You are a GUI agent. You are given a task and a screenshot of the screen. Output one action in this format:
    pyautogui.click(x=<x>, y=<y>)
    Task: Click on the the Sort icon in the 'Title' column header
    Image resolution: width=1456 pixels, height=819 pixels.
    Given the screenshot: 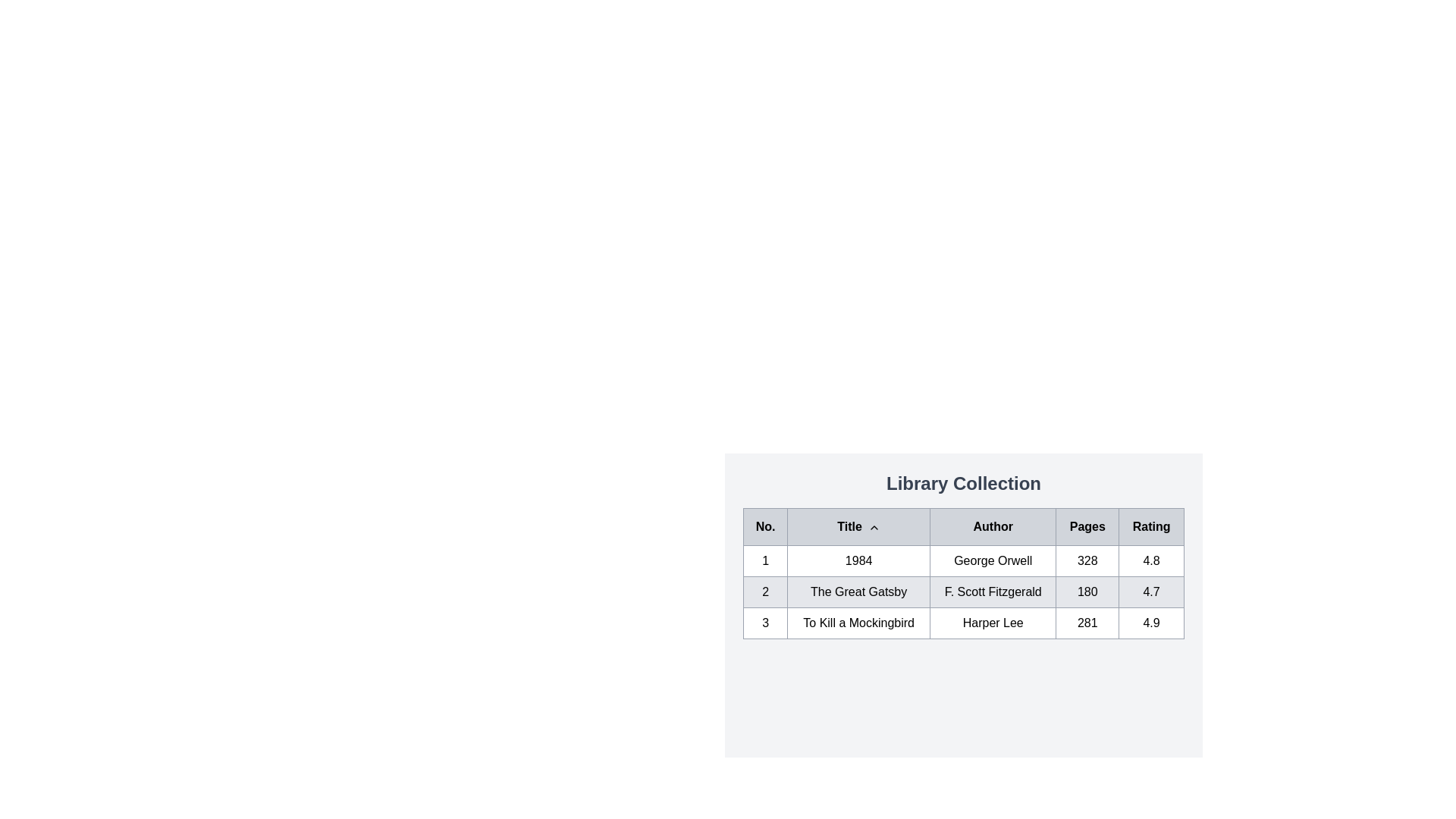 What is the action you would take?
    pyautogui.click(x=874, y=526)
    